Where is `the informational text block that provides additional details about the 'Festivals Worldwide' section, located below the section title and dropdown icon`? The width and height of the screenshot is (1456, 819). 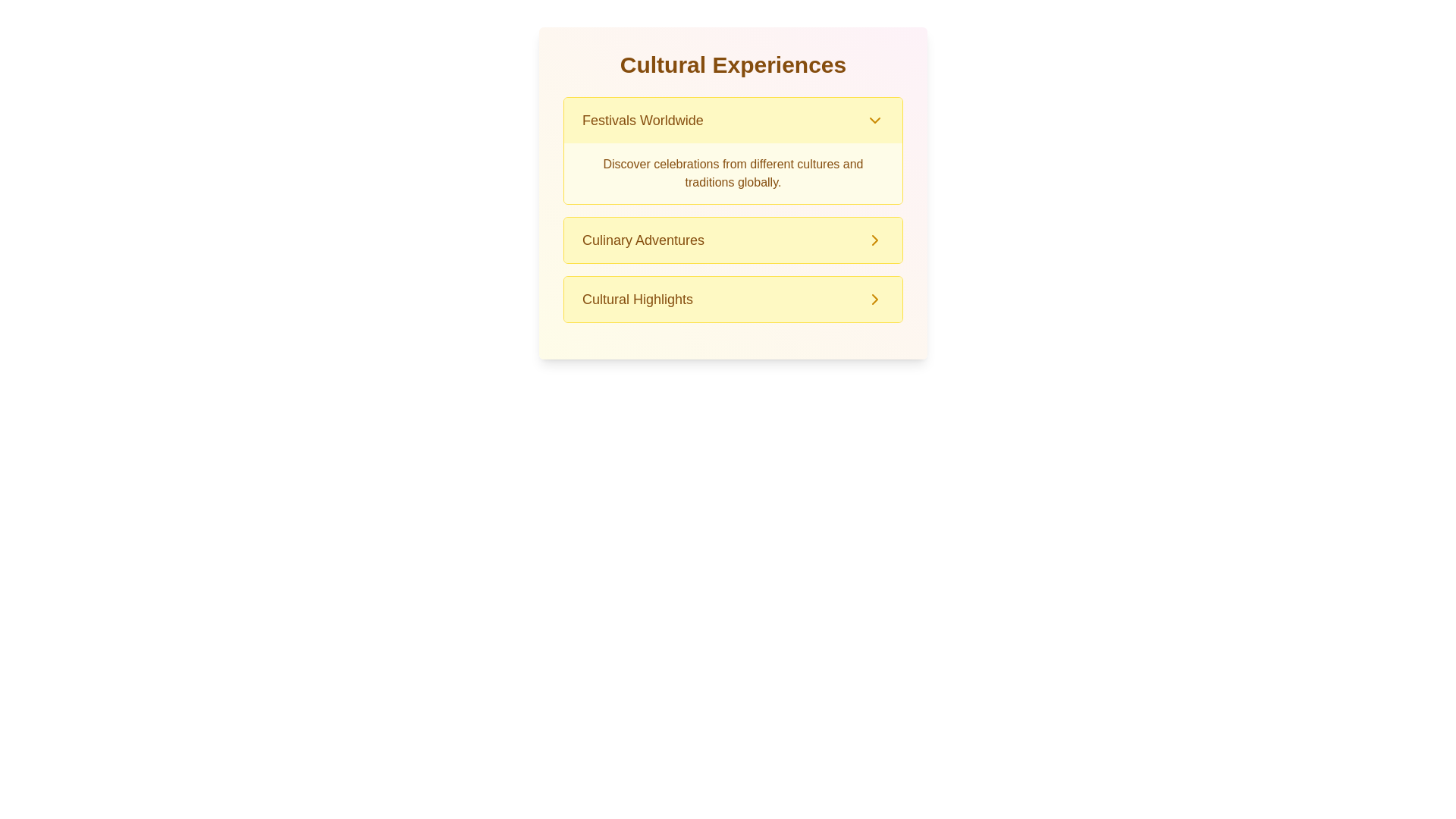 the informational text block that provides additional details about the 'Festivals Worldwide' section, located below the section title and dropdown icon is located at coordinates (733, 172).